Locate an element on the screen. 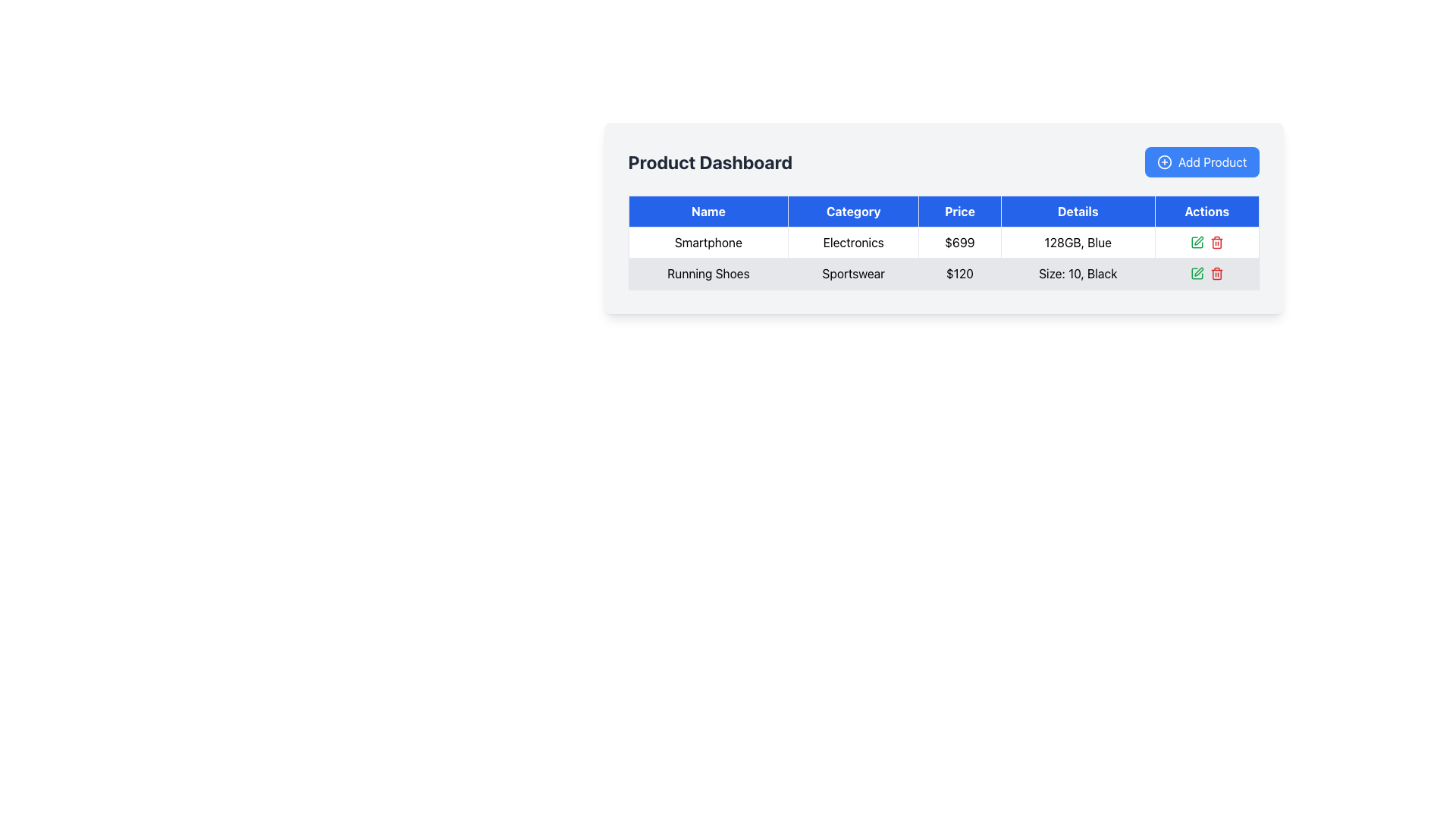 The height and width of the screenshot is (819, 1456). the Horizontal Icon Group, which contains a green 'Edit' icon and a red 'Delete' icon, located in the second row of the 'Actions' column in the 'Product Dashboard' section is located at coordinates (1206, 242).